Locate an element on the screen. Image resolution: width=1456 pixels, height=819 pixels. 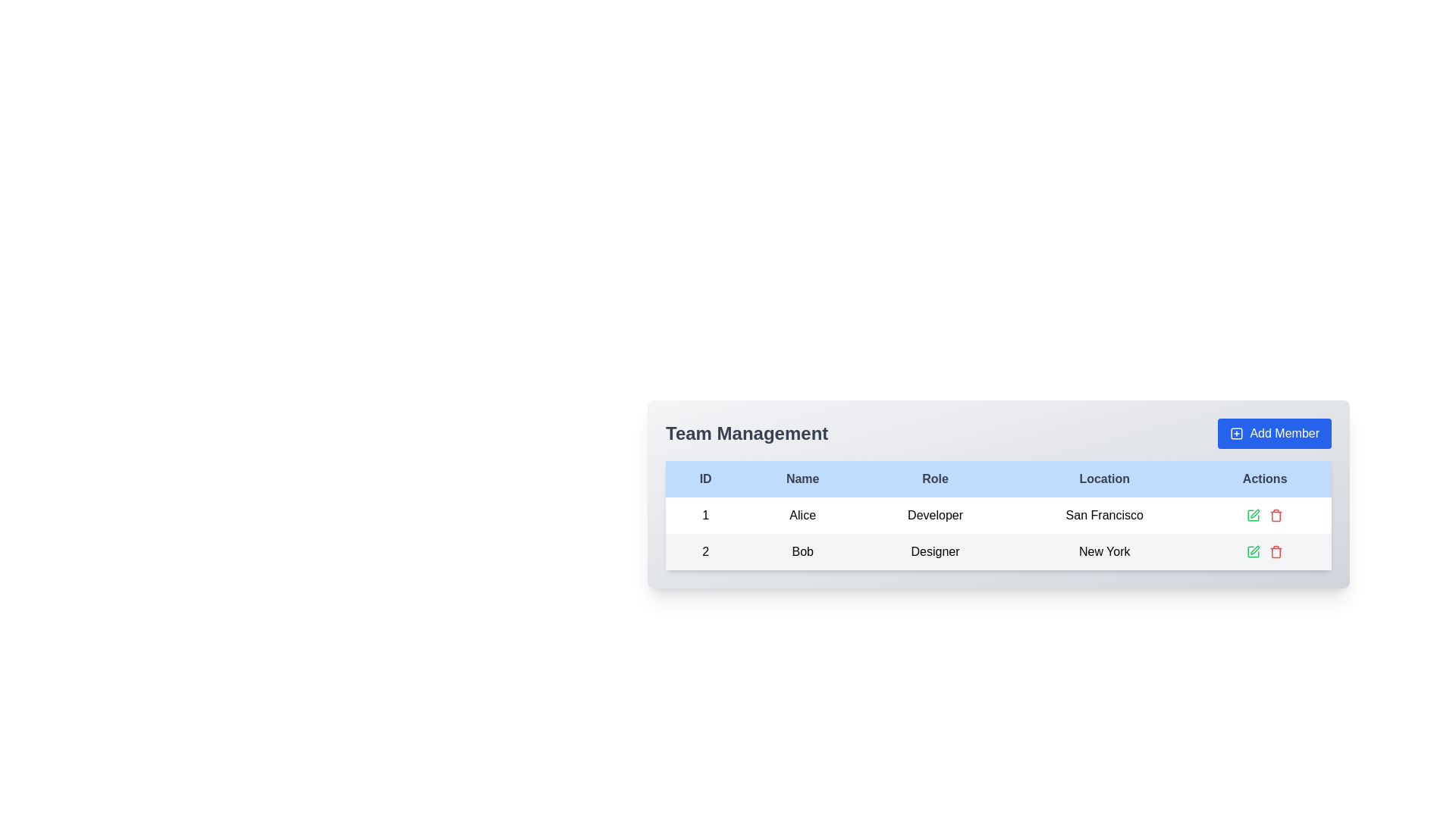
label of the 'Name' column header in the table, which is the second header located between 'ID' and 'Role' is located at coordinates (802, 479).